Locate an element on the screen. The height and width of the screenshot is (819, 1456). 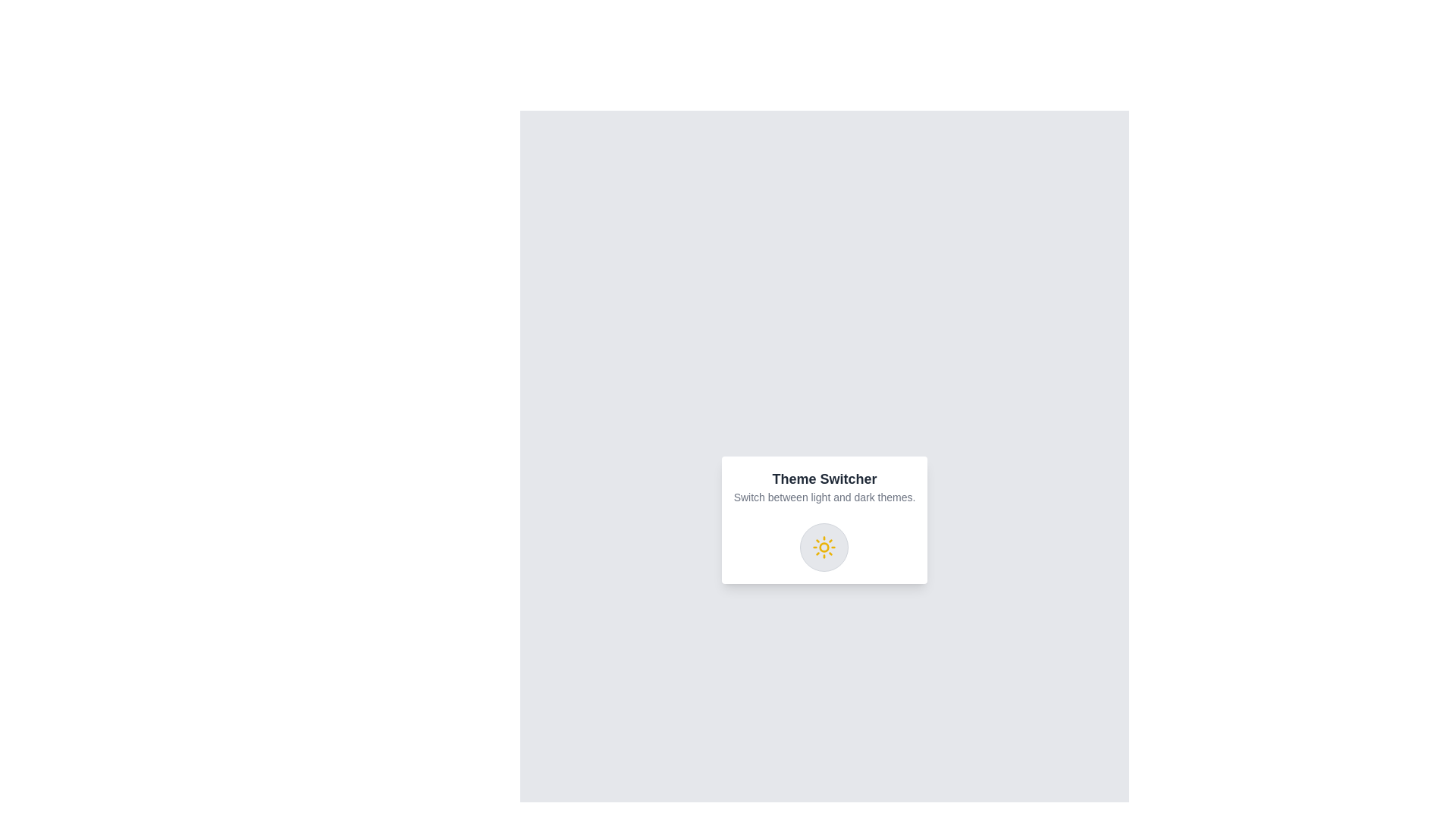
the central circular element of the sun-shaped icon that symbolizes the light mode indicator, located below the text 'Switch between light and dark themes.' is located at coordinates (824, 547).